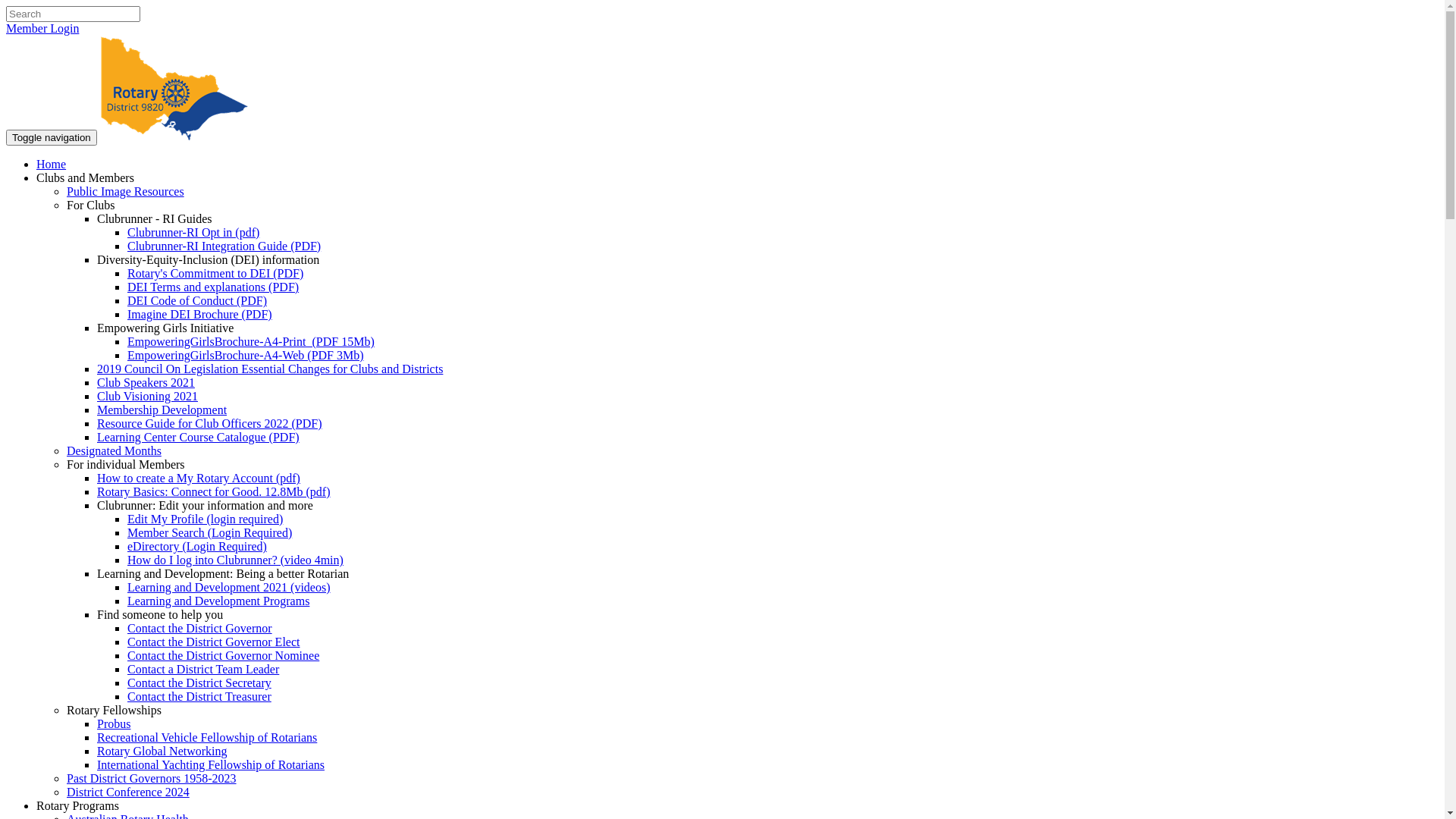 Image resolution: width=1456 pixels, height=819 pixels. Describe the element at coordinates (234, 560) in the screenshot. I see `'How do I log into Clubrunner? (video 4min)'` at that location.